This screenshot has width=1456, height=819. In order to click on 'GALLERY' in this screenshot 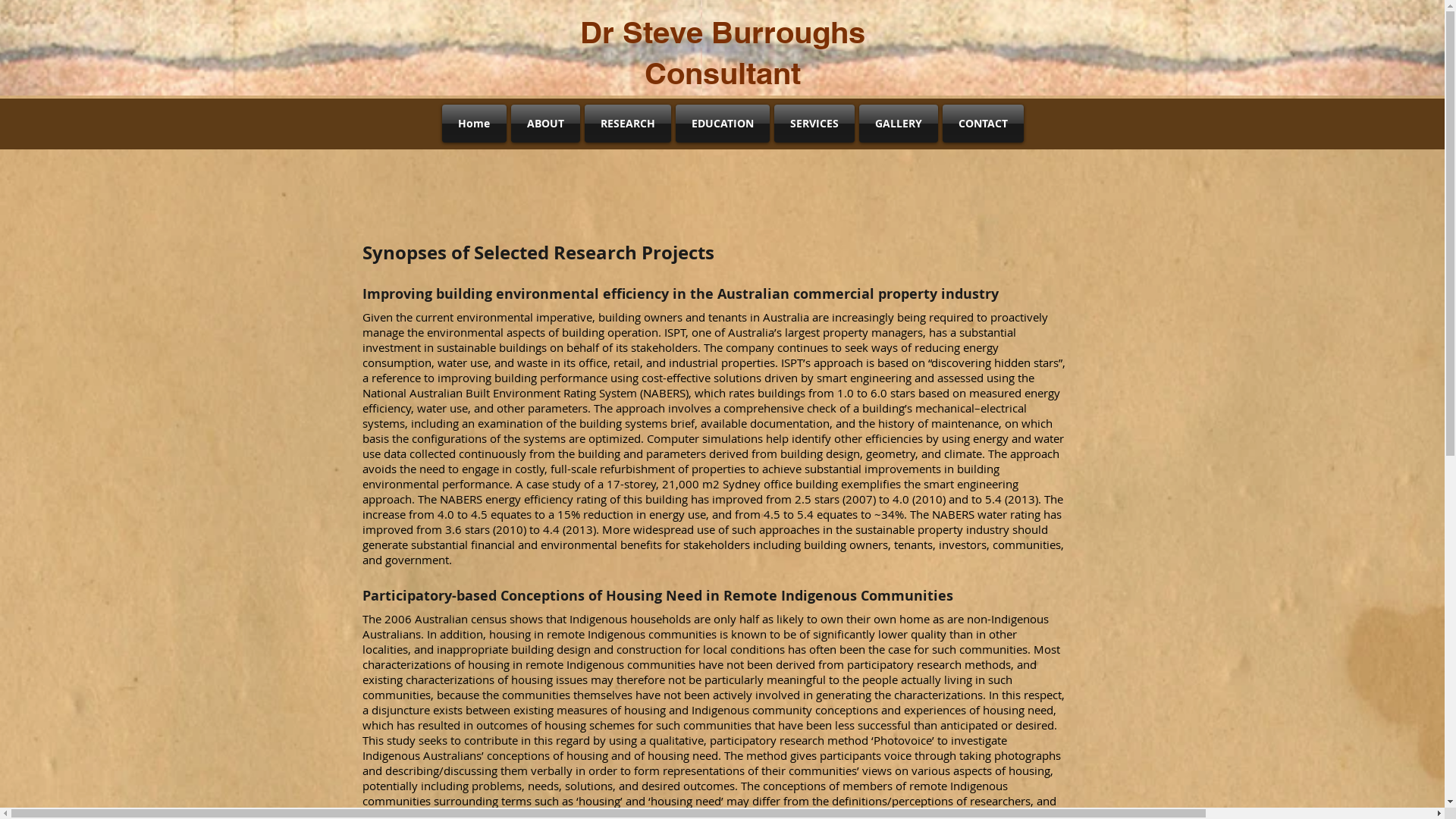, I will do `click(899, 122)`.